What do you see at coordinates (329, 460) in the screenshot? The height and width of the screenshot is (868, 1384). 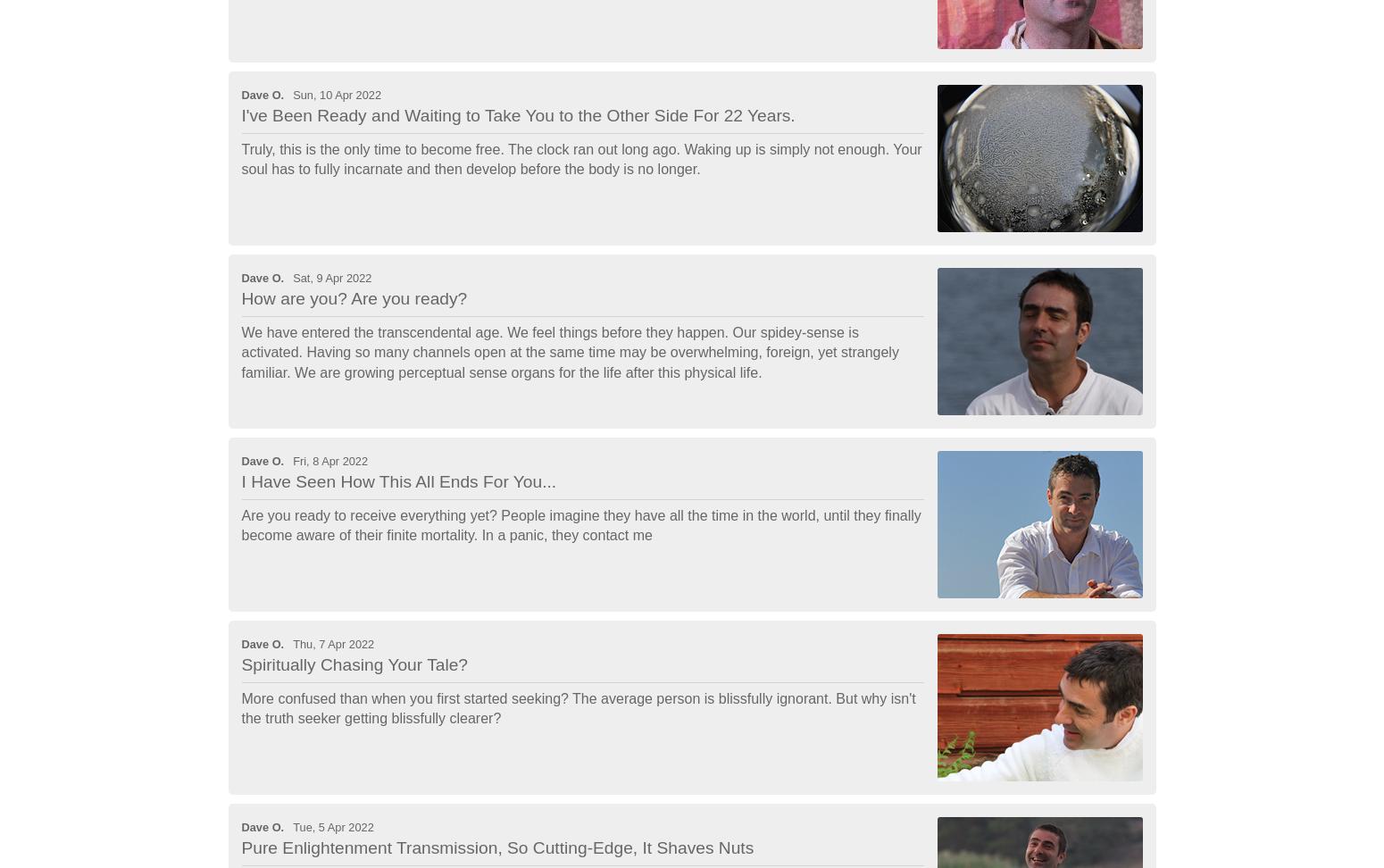 I see `'Fri, 8 Apr 2022'` at bounding box center [329, 460].